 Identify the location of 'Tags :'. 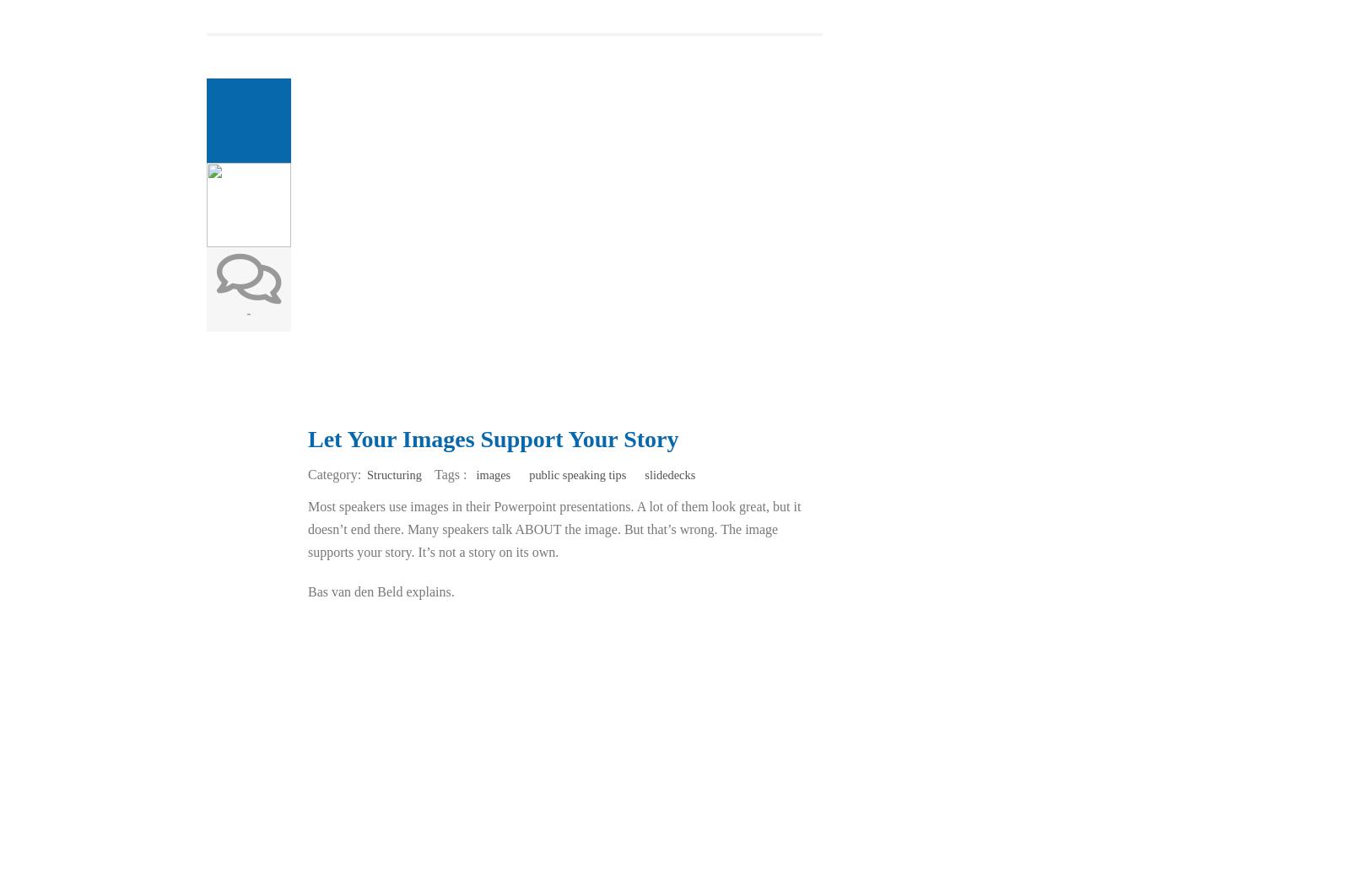
(434, 473).